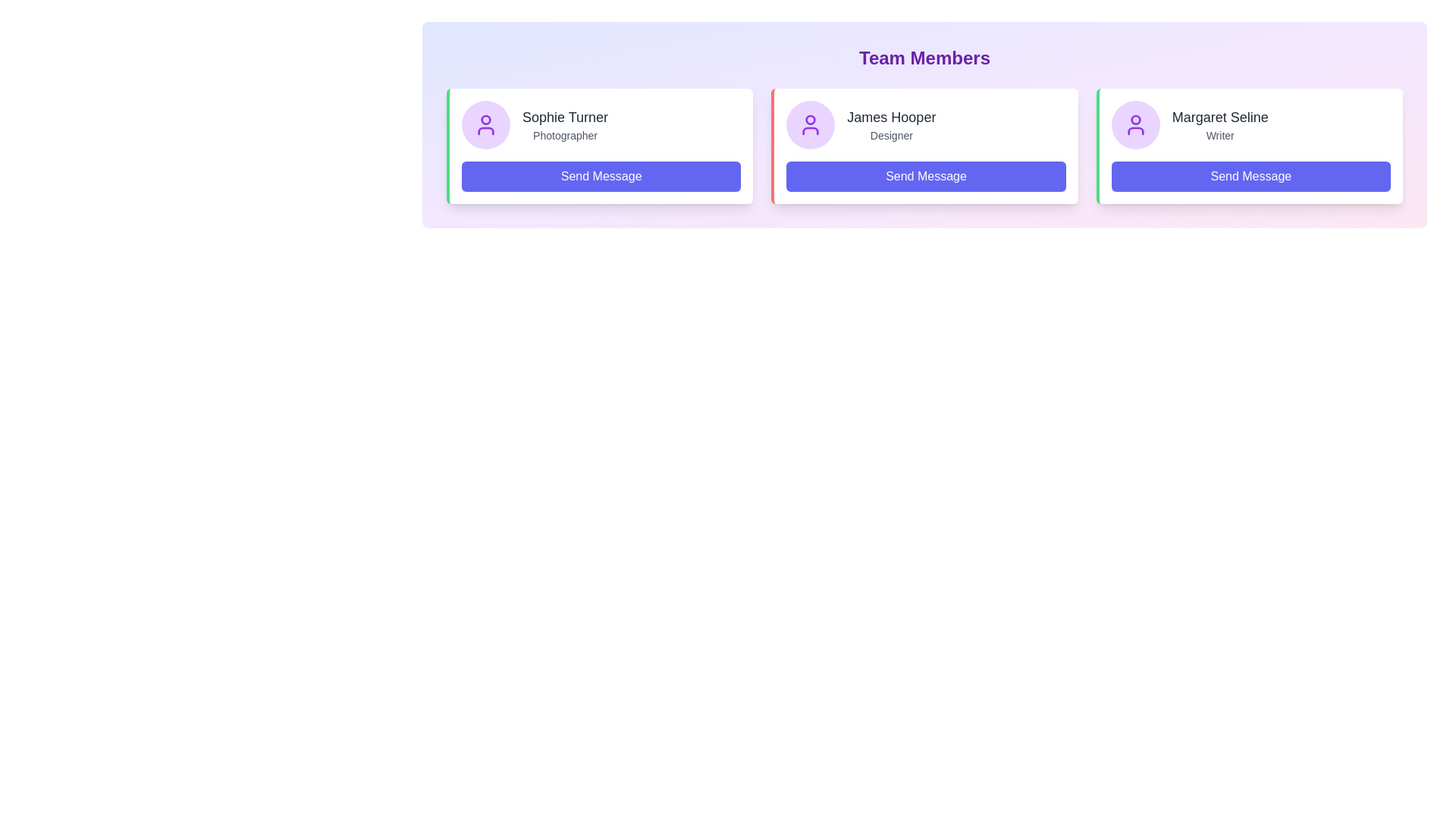 The height and width of the screenshot is (819, 1456). Describe the element at coordinates (810, 124) in the screenshot. I see `the profile picture placeholder icon for 'James Hooper' located in the 'Team Members' section, specifically the second card in a horizontal layout of three cards` at that location.